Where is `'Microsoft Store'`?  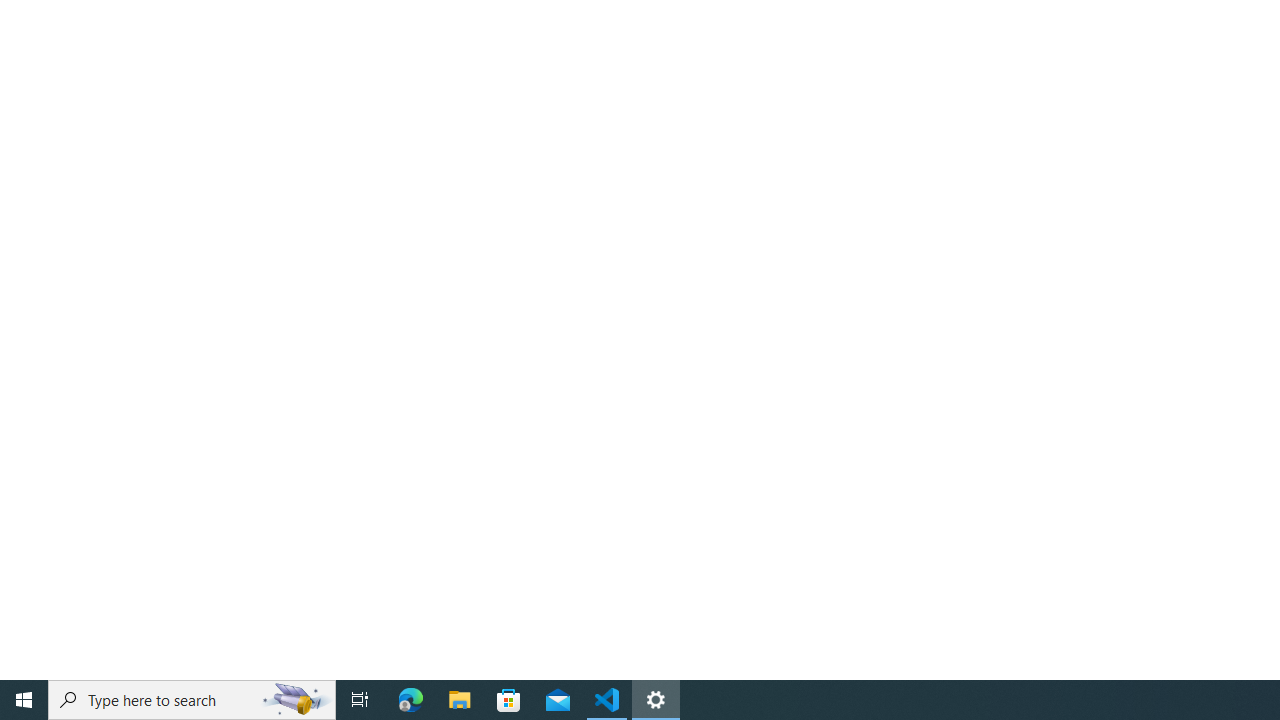 'Microsoft Store' is located at coordinates (509, 698).